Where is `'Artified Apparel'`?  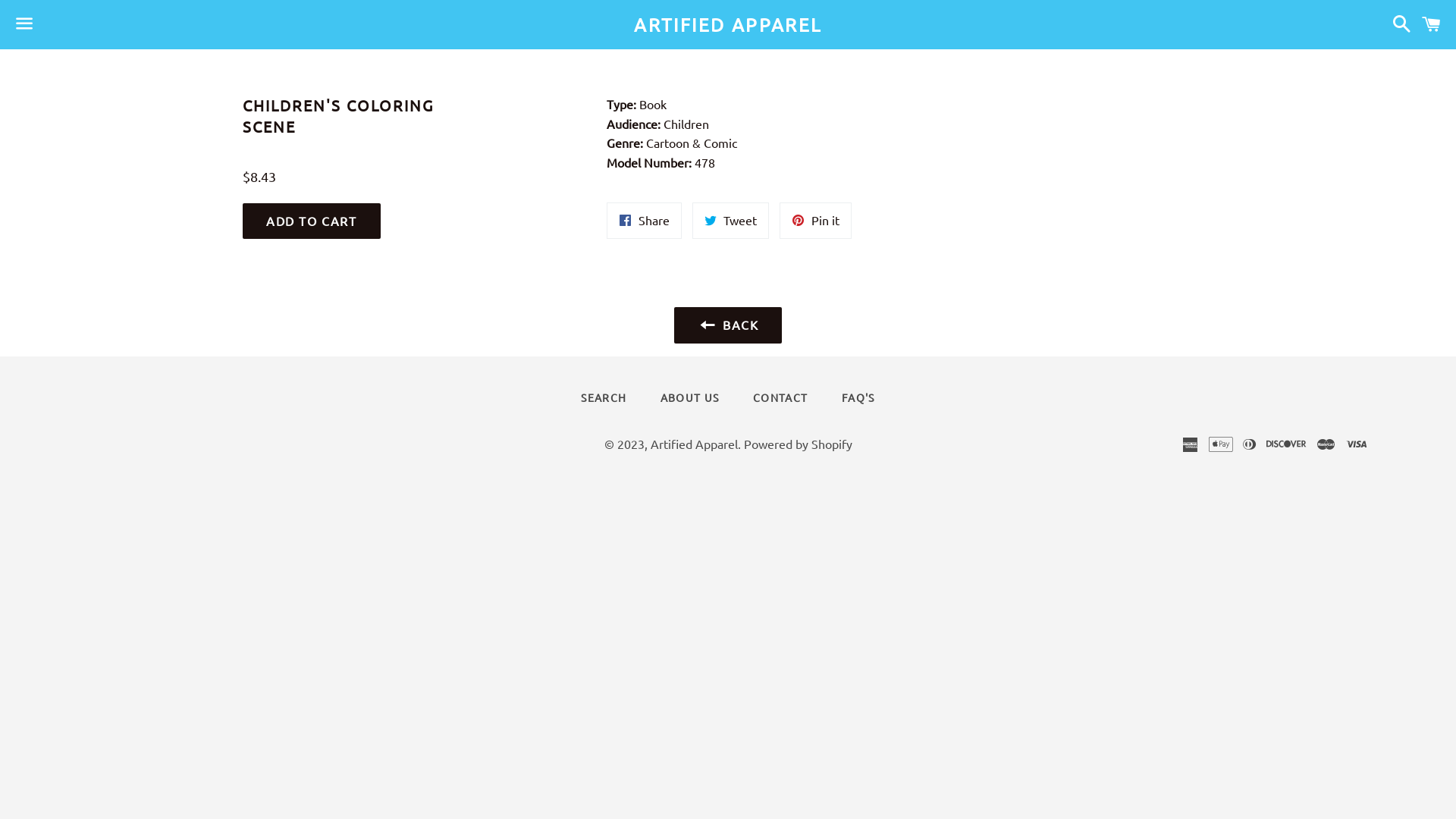 'Artified Apparel' is located at coordinates (693, 444).